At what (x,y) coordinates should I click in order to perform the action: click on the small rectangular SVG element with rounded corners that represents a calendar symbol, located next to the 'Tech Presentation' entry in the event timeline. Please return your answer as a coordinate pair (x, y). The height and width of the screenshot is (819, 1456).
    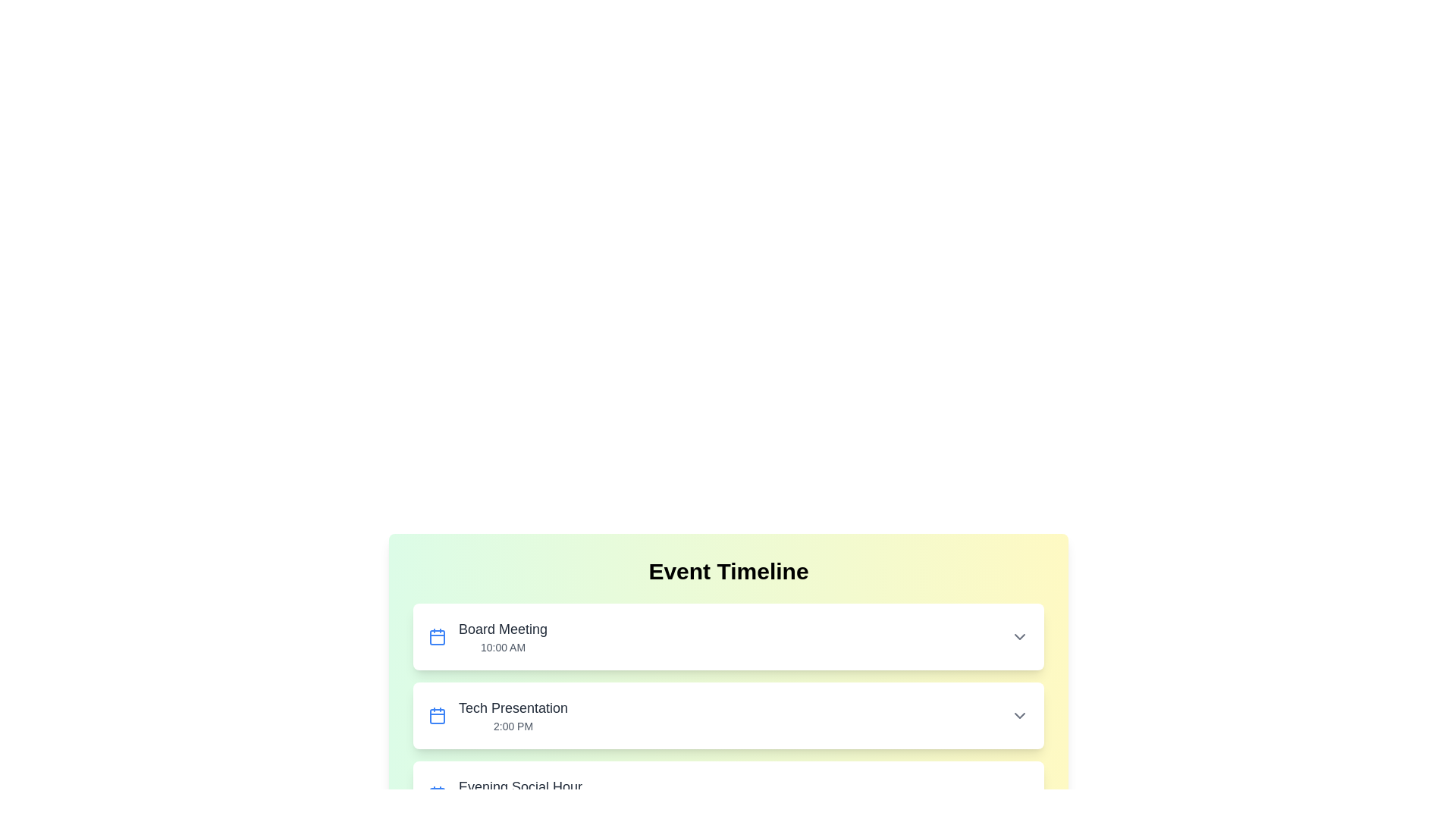
    Looking at the image, I should click on (436, 717).